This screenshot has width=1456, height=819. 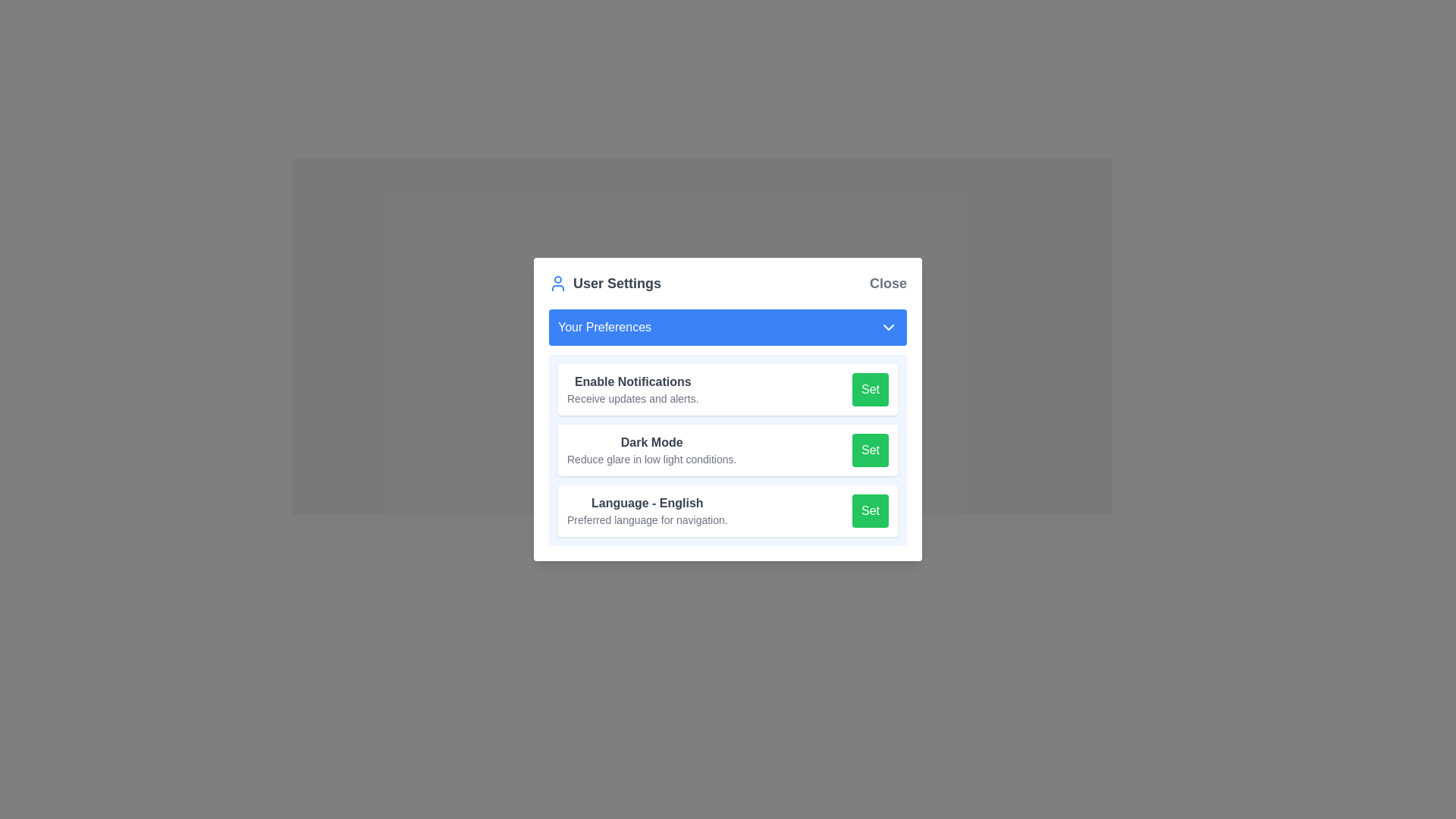 What do you see at coordinates (647, 511) in the screenshot?
I see `the Informational text block displaying 'Language - English' and 'Preferred language for navigation' within the preference settings modal` at bounding box center [647, 511].